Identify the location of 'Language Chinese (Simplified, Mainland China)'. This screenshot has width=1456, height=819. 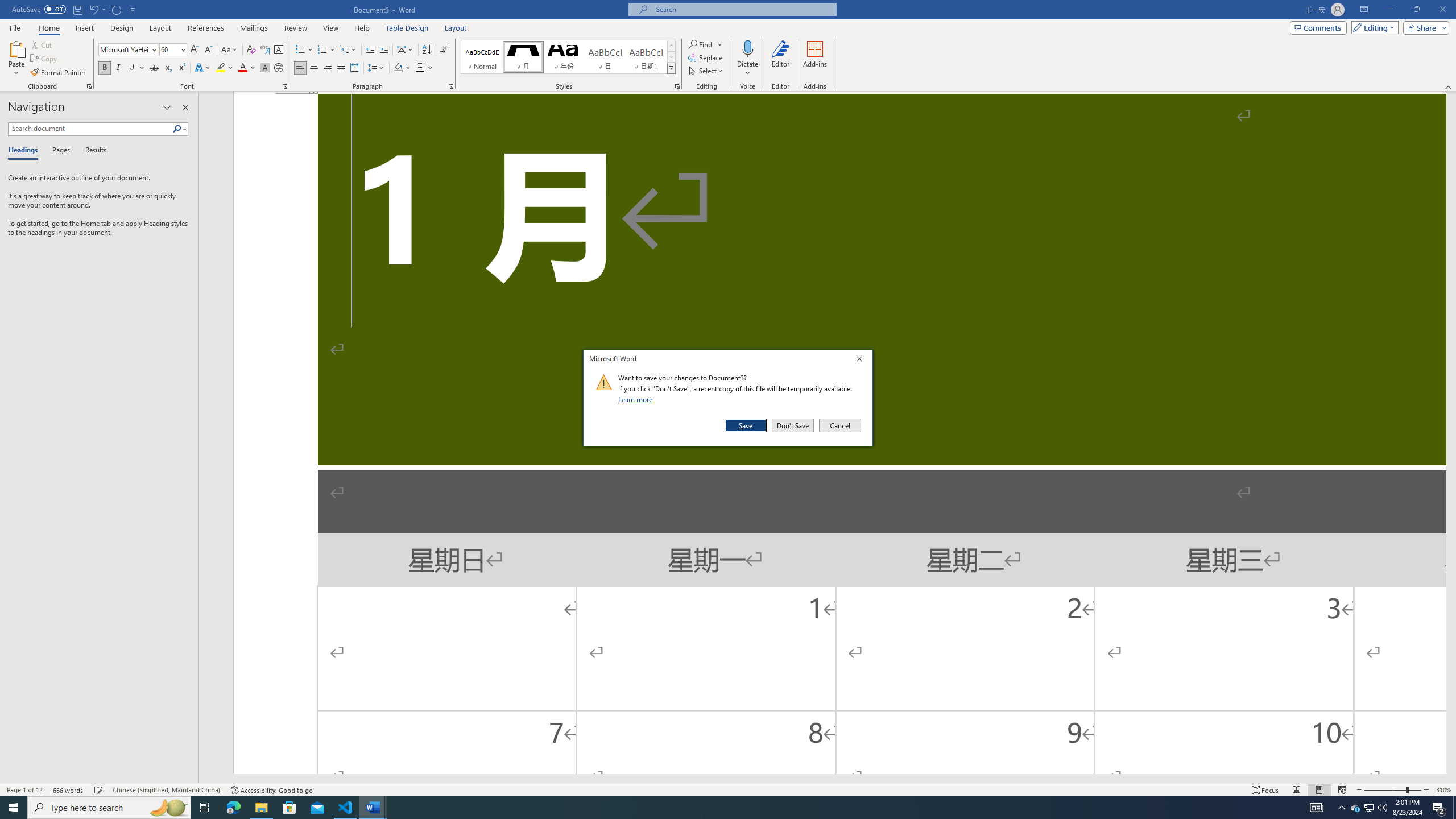
(165, 790).